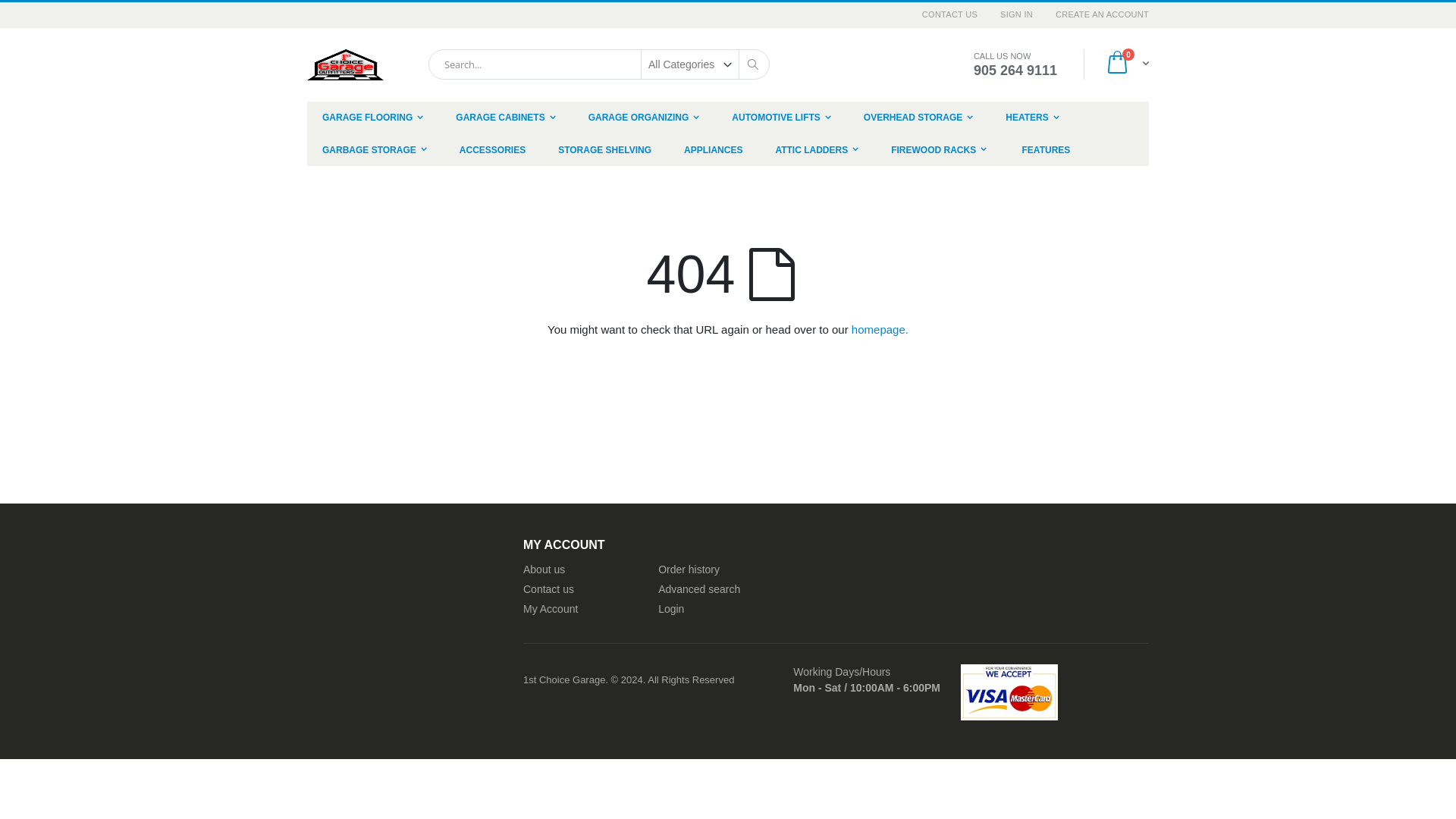 This screenshot has width=1456, height=819. What do you see at coordinates (990, 117) in the screenshot?
I see `'HEATERS'` at bounding box center [990, 117].